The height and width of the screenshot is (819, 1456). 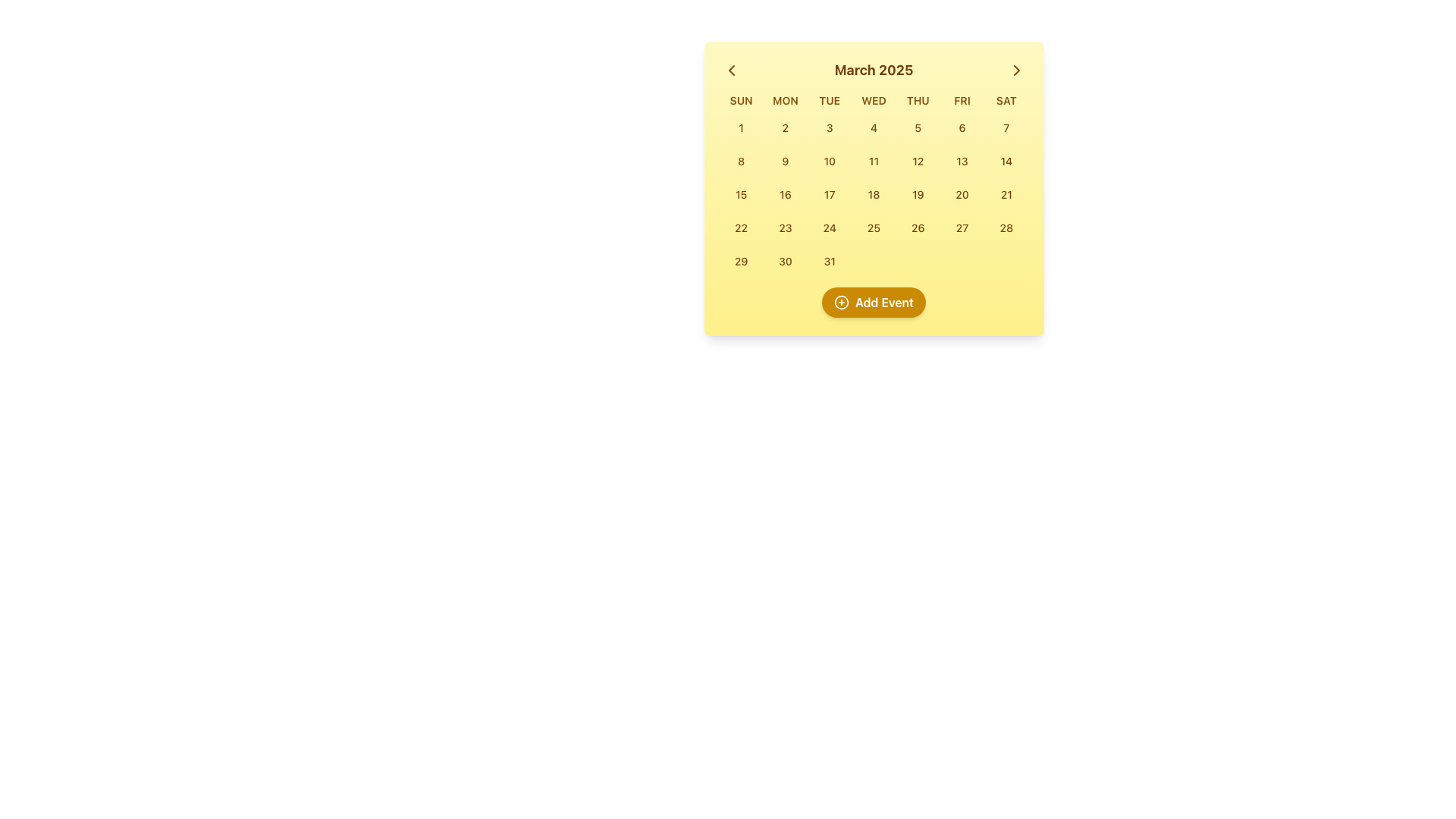 What do you see at coordinates (1006, 127) in the screenshot?
I see `the date '7th' of March 2025` at bounding box center [1006, 127].